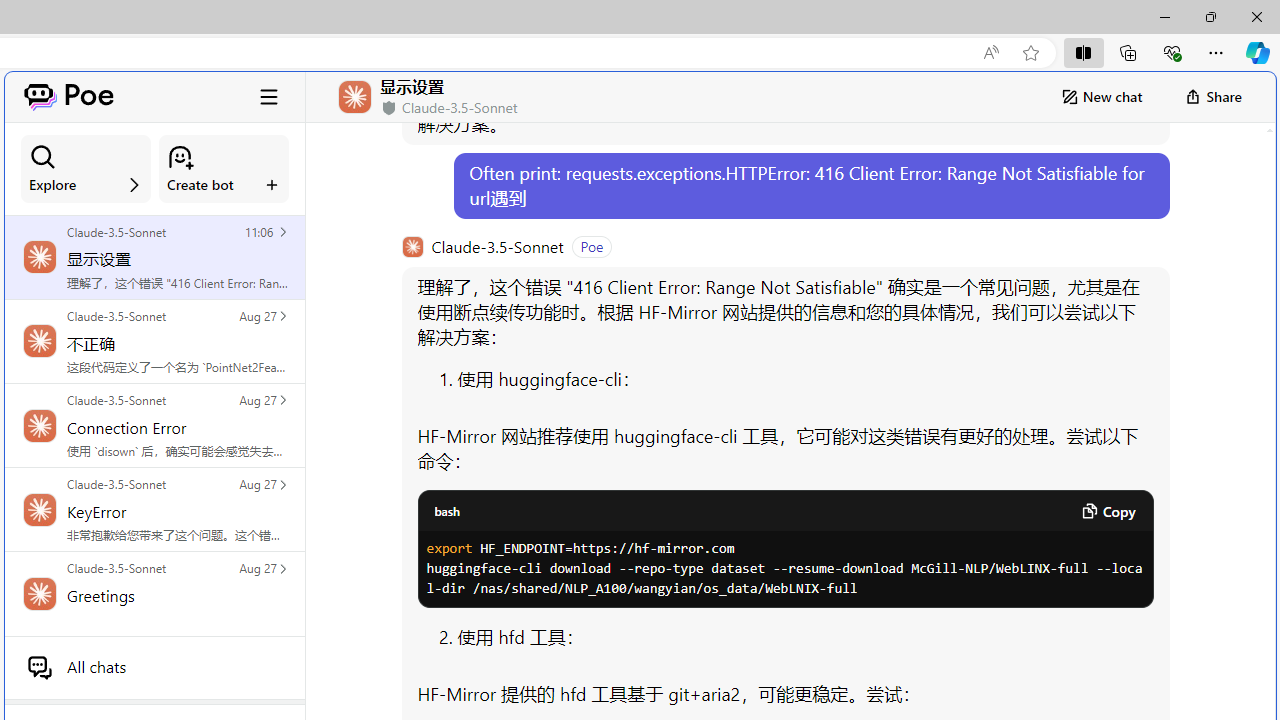  I want to click on 'Class: ManageBotsCardSection_createBotIcon__9JUYg', so click(180, 156).